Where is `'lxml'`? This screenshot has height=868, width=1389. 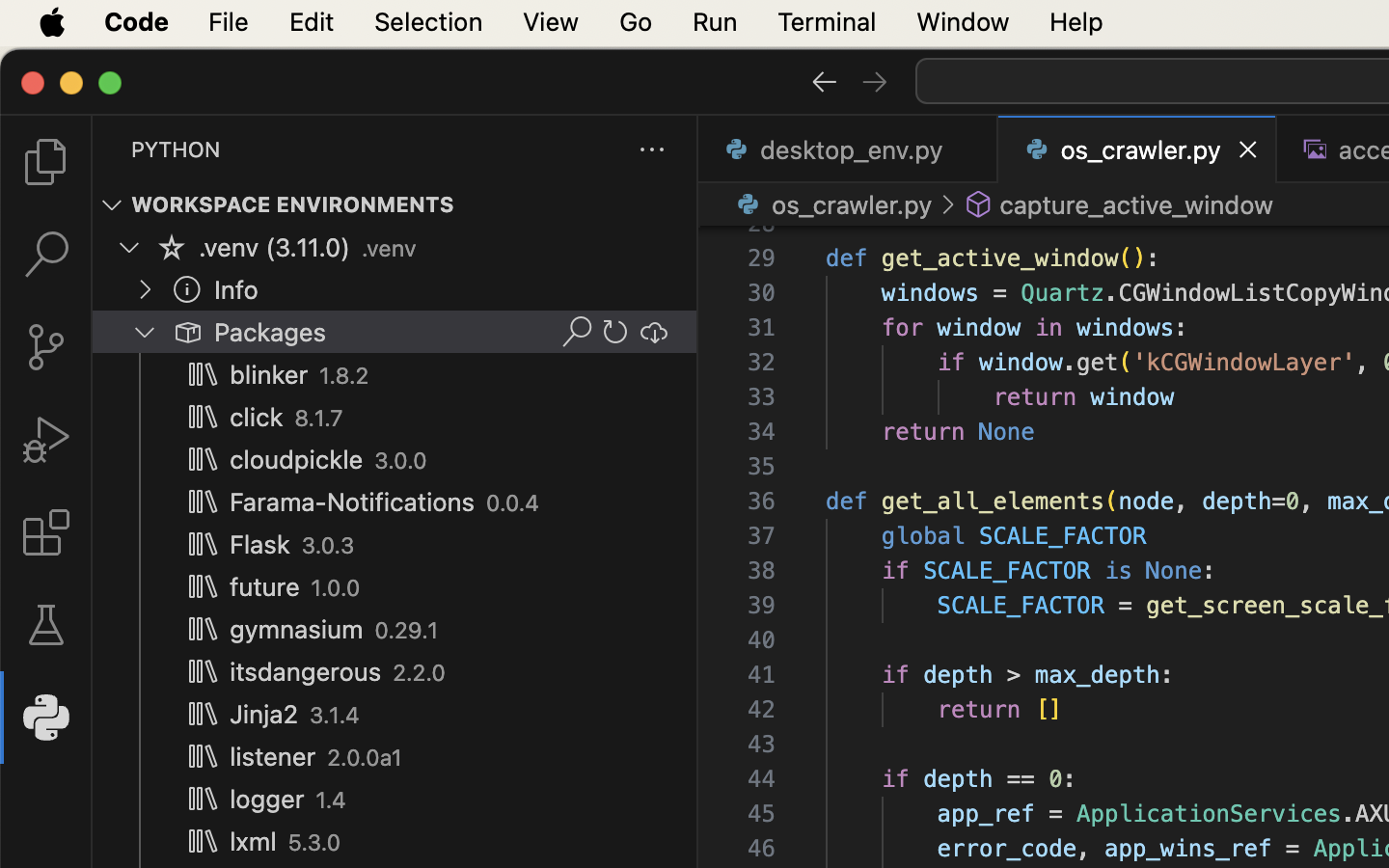
'lxml' is located at coordinates (252, 842).